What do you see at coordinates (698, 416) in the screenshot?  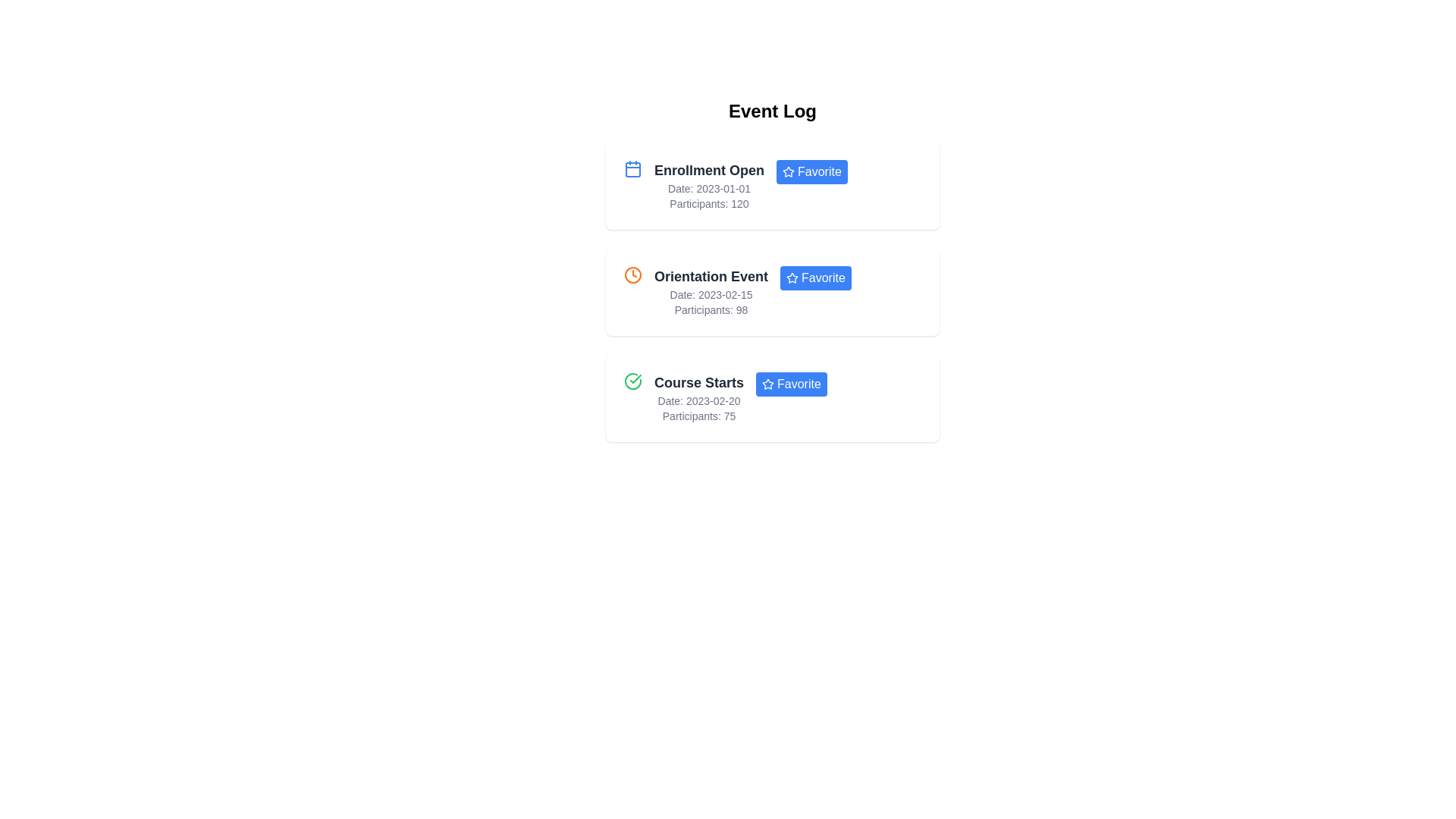 I see `content displayed in the text element that shows the number of participants for the 'Course Starts' event, located at the bottom of the 'Course Starts' block` at bounding box center [698, 416].